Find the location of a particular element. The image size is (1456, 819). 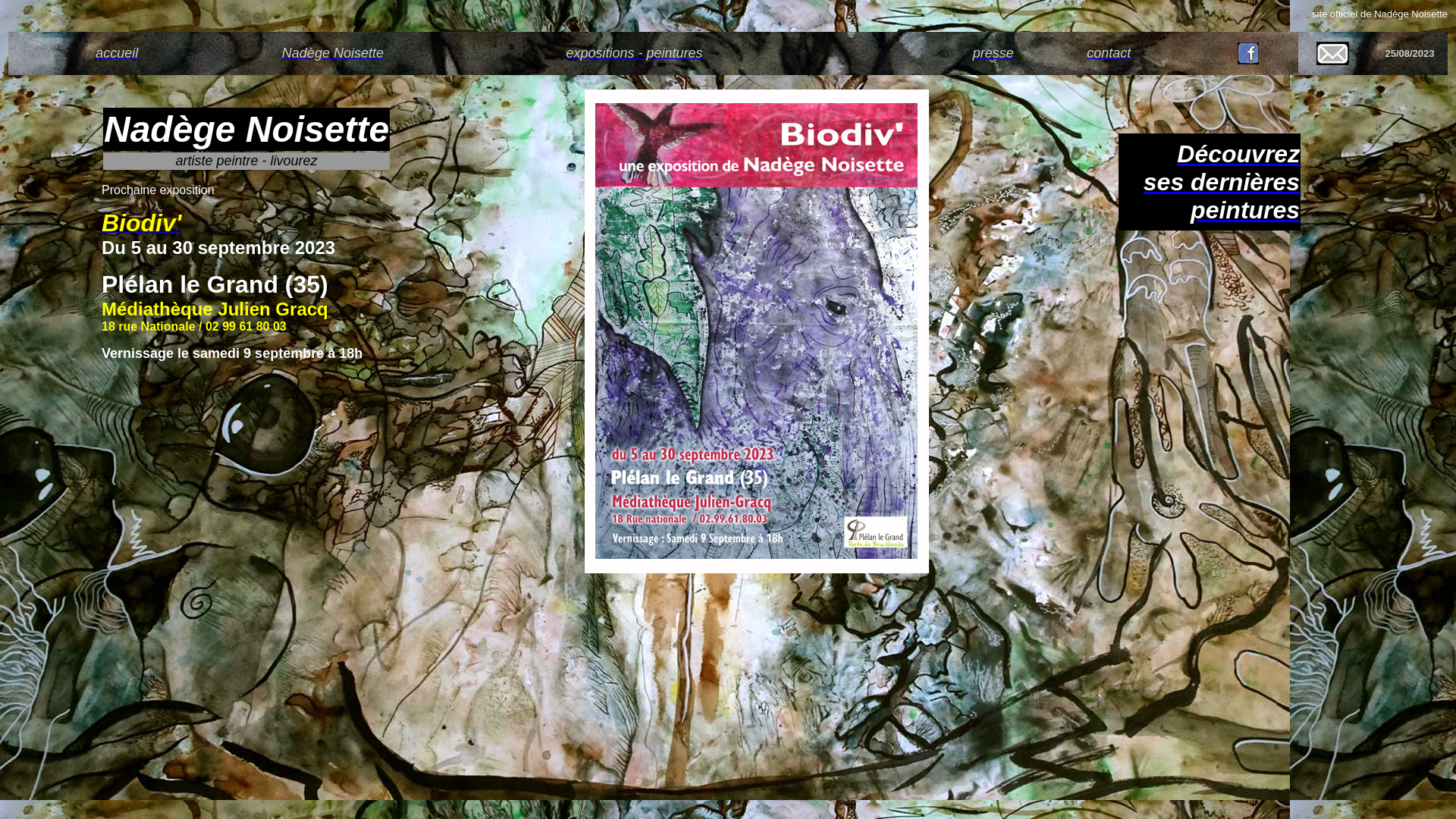

'accueil' is located at coordinates (115, 52).